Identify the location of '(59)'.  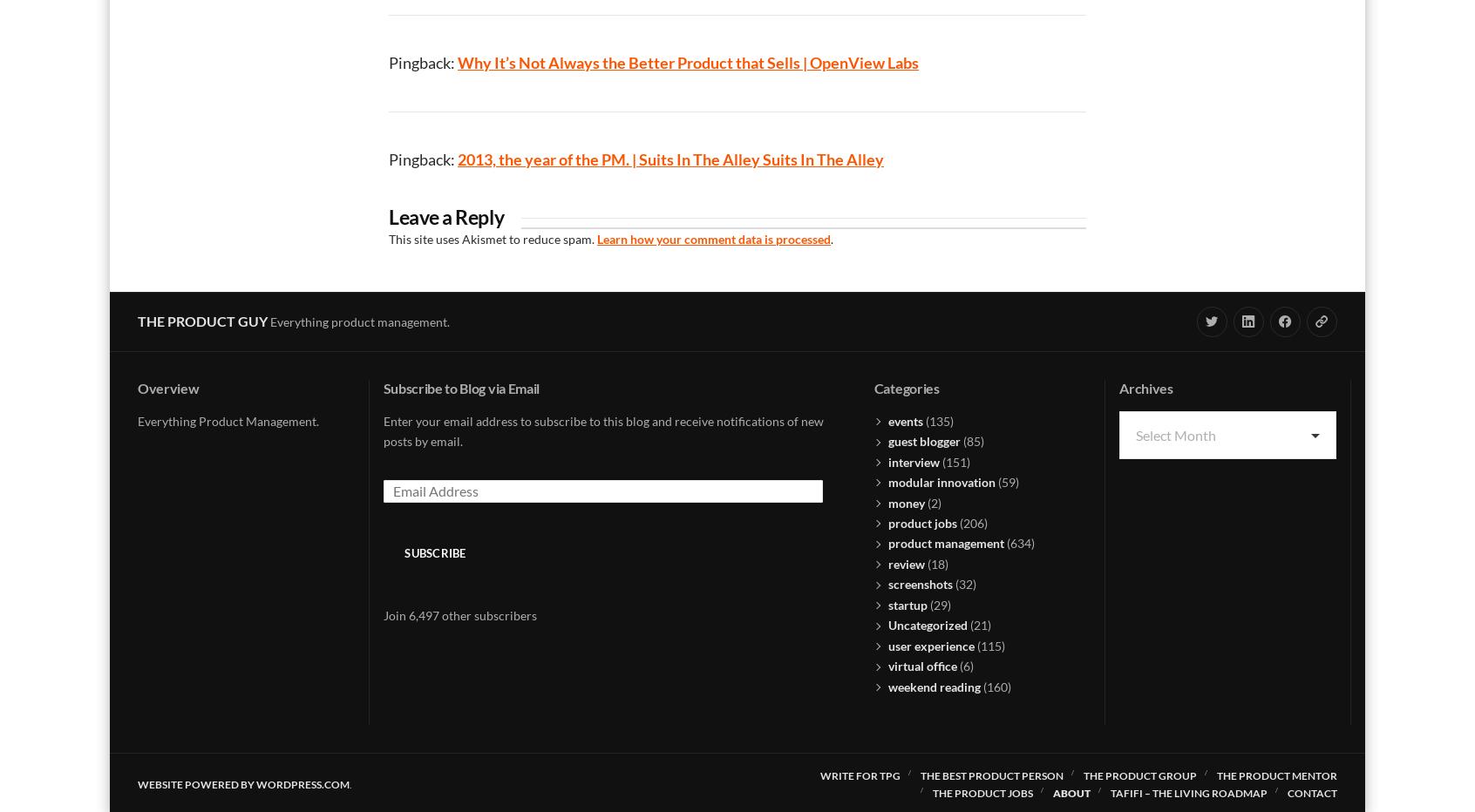
(1006, 482).